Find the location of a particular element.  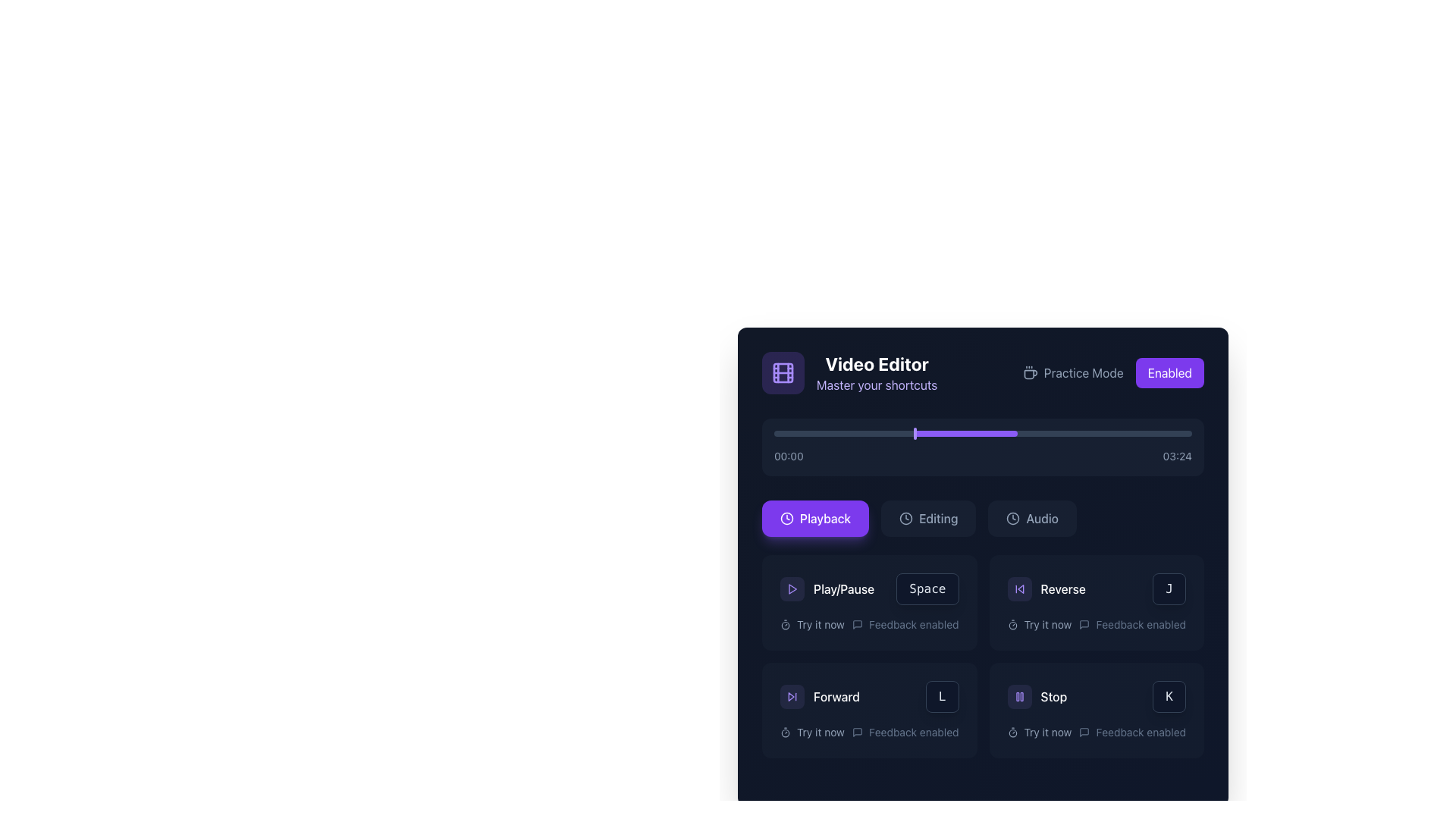

the violet button labeled 'Enabled' in the top-right corner of the application interface is located at coordinates (1169, 373).